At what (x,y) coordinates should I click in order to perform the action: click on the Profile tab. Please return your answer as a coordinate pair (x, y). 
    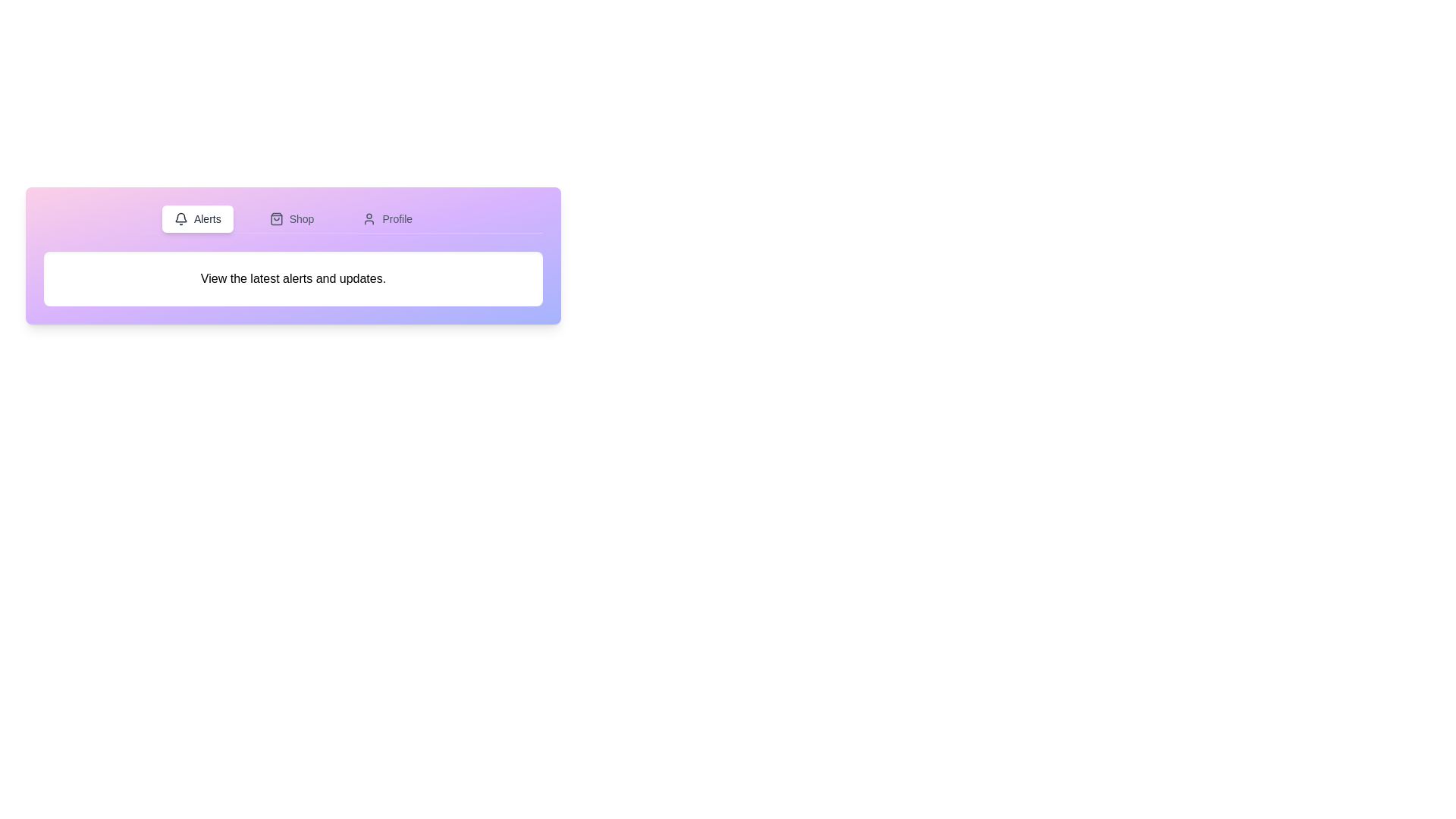
    Looking at the image, I should click on (387, 219).